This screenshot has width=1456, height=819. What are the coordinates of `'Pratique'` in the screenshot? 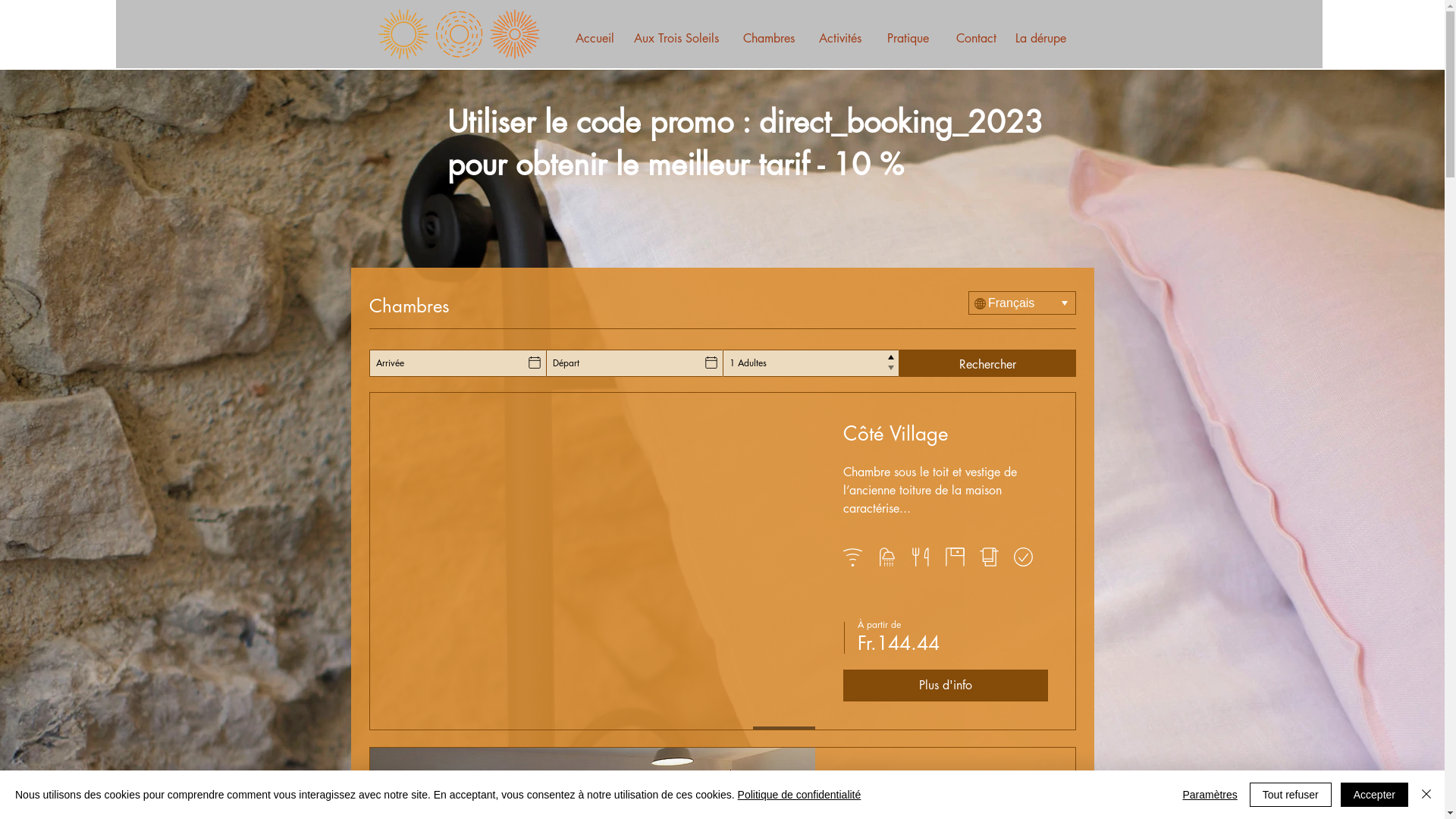 It's located at (907, 38).